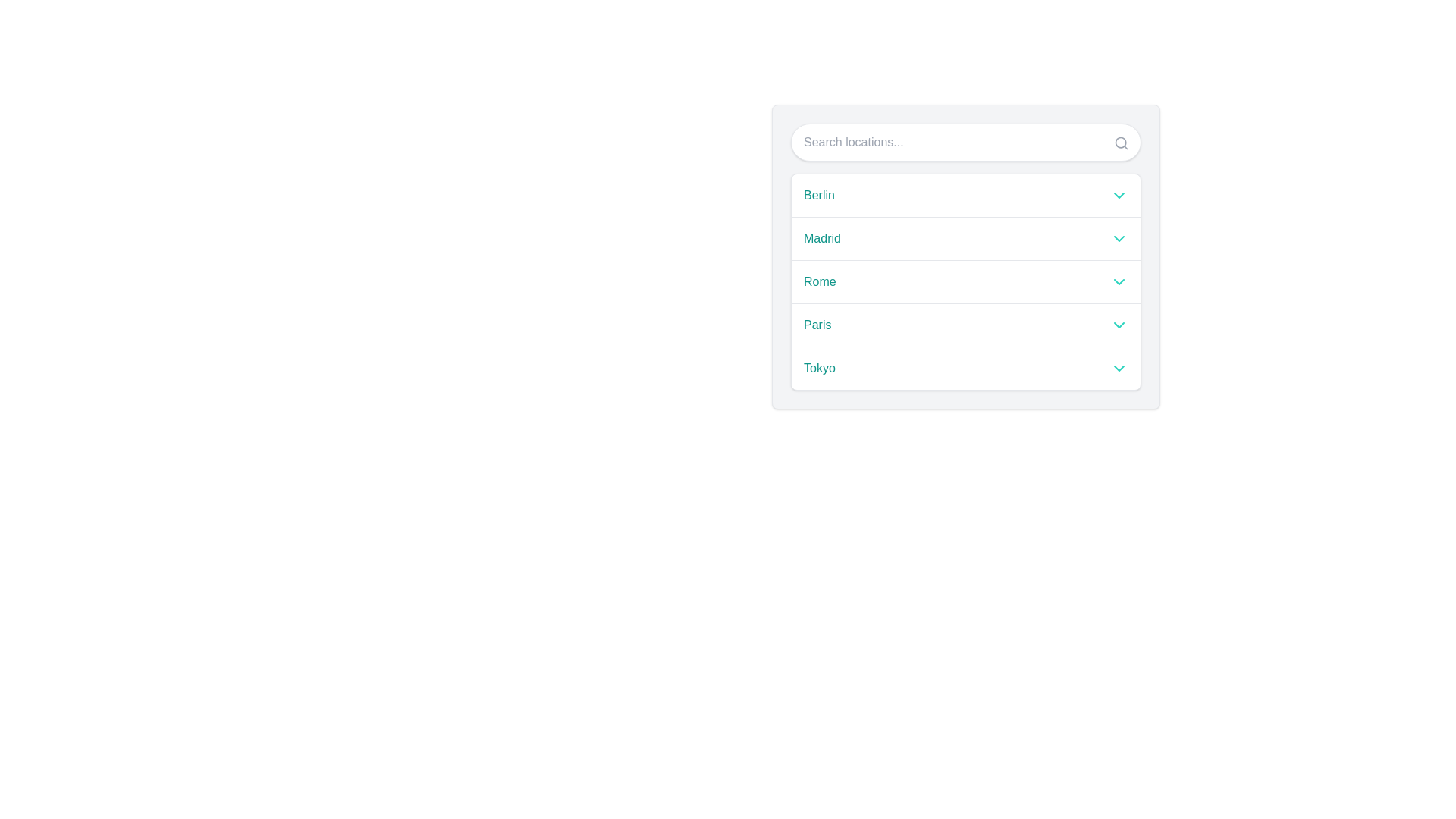  I want to click on the text label displaying 'Rome', so click(819, 281).